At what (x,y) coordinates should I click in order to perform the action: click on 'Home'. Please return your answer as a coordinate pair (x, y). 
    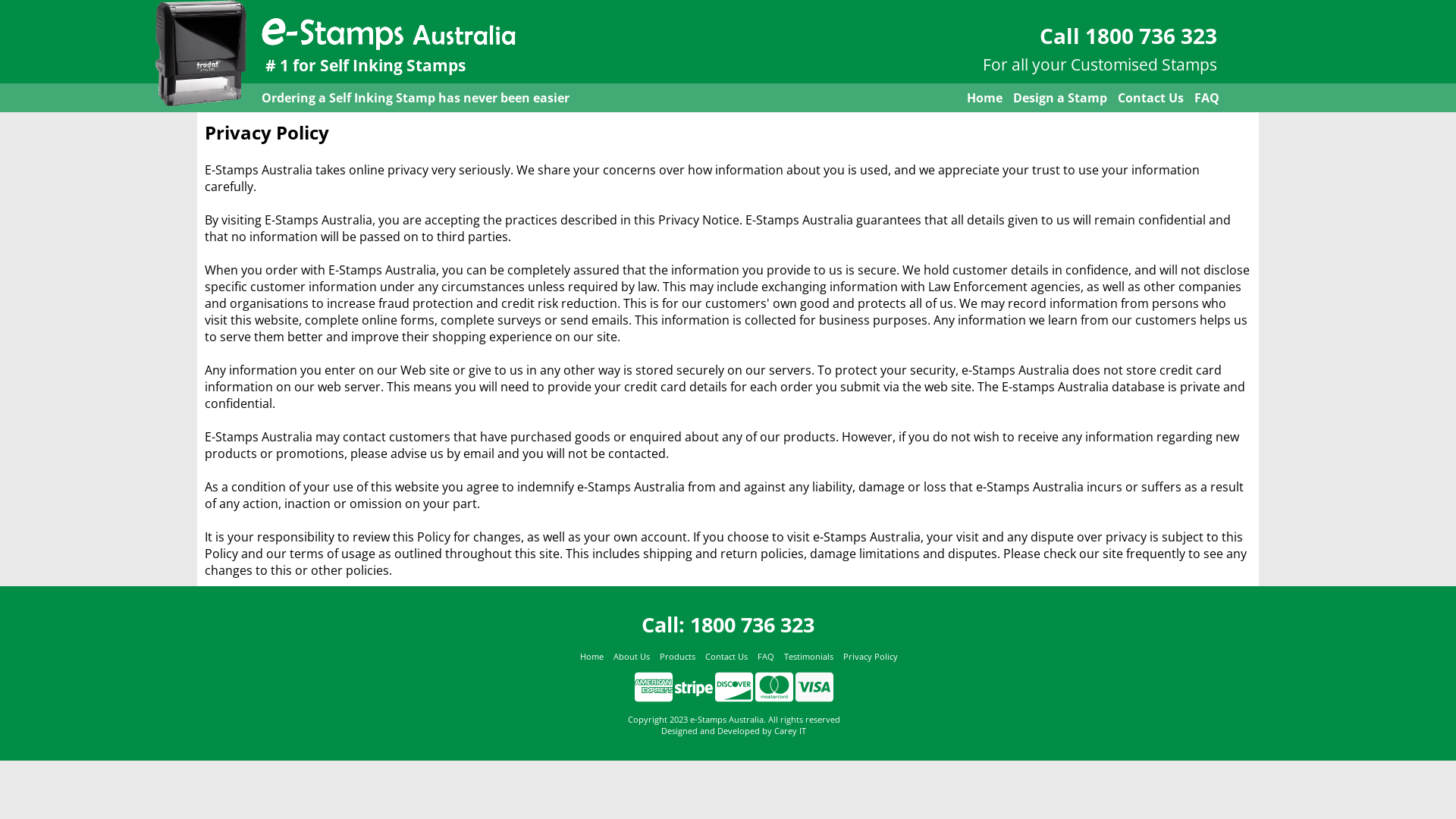
    Looking at the image, I should click on (984, 97).